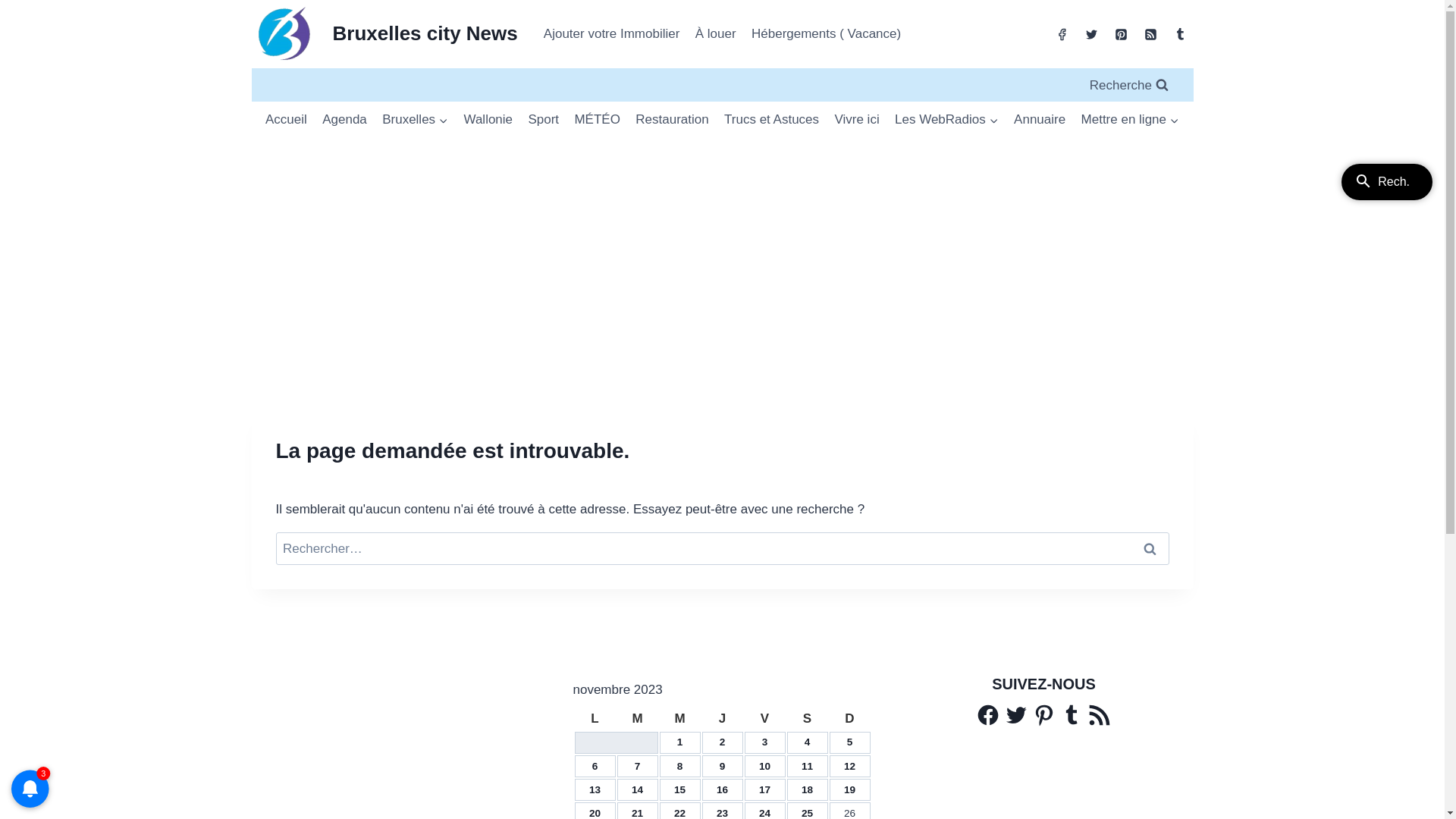  What do you see at coordinates (856, 119) in the screenshot?
I see `'Vivre ici'` at bounding box center [856, 119].